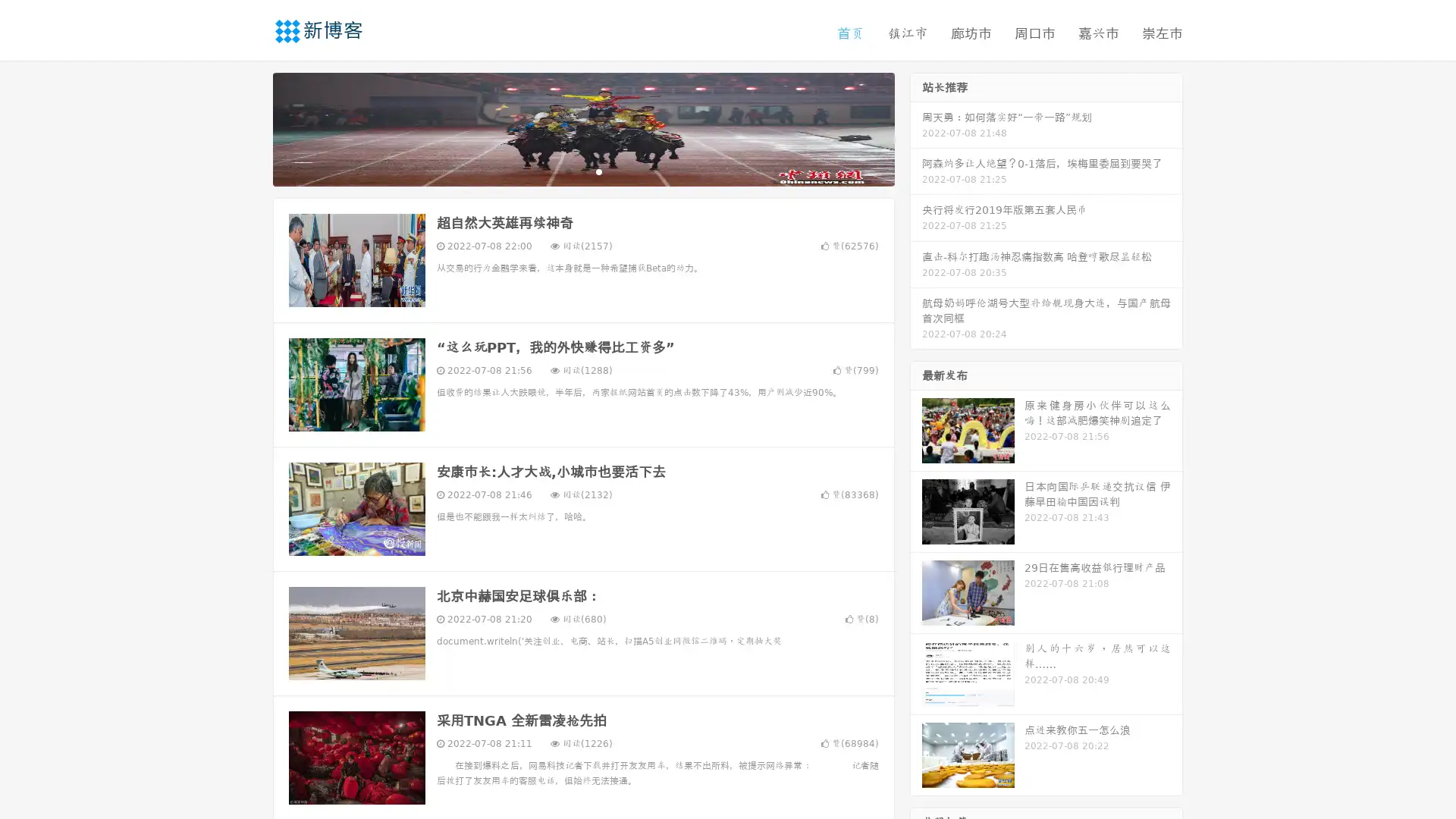 Image resolution: width=1456 pixels, height=819 pixels. I want to click on Go to slide 2, so click(582, 171).